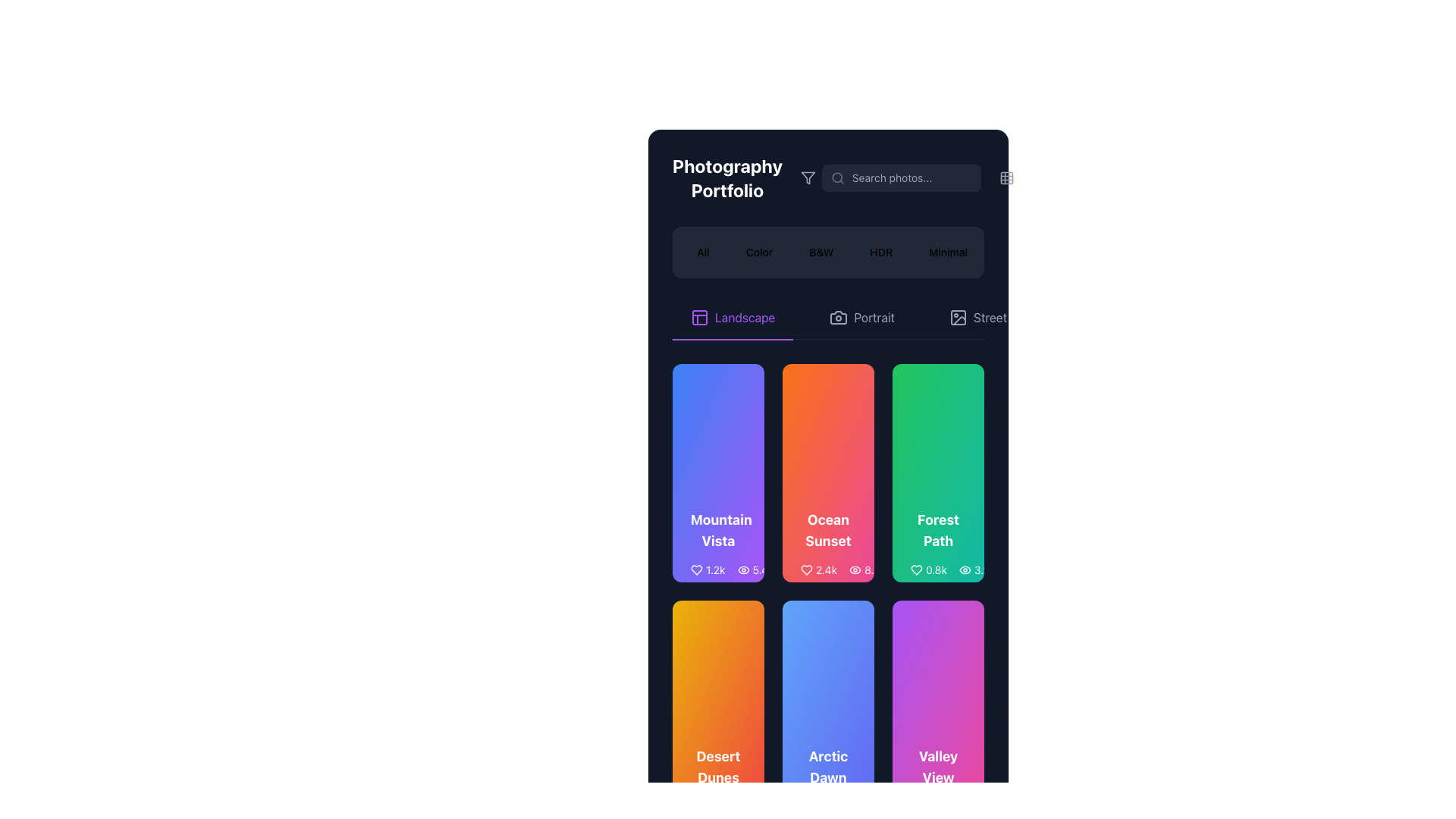  What do you see at coordinates (937, 546) in the screenshot?
I see `the Content card in the third column of the first row under the 'Landscape' category` at bounding box center [937, 546].